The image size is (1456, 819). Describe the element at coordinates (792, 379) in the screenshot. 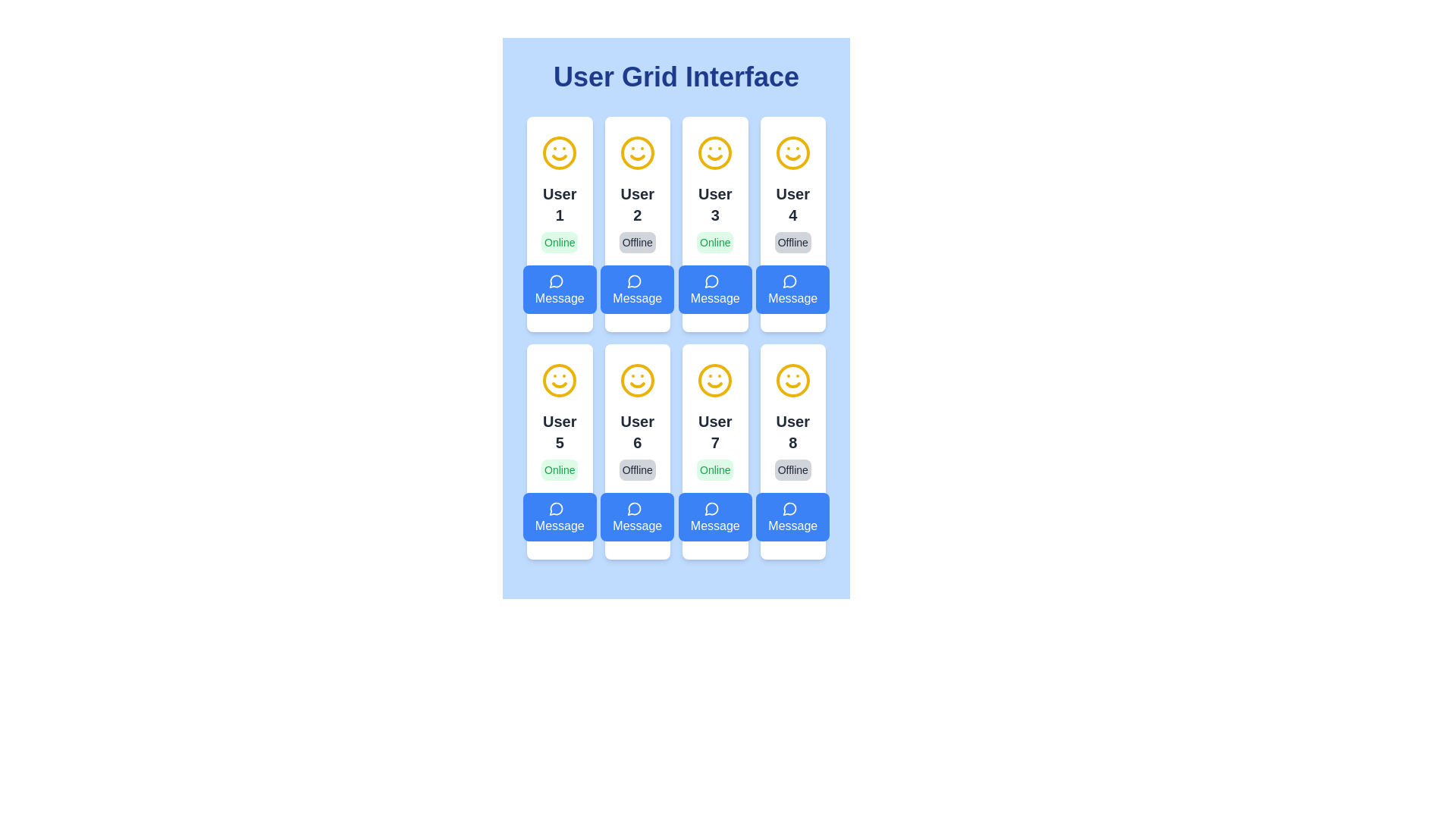

I see `the smiley face icon, which is a vibrant yellow circular icon positioned at the top-center of the user card for 'User 8', above the username and status details` at that location.